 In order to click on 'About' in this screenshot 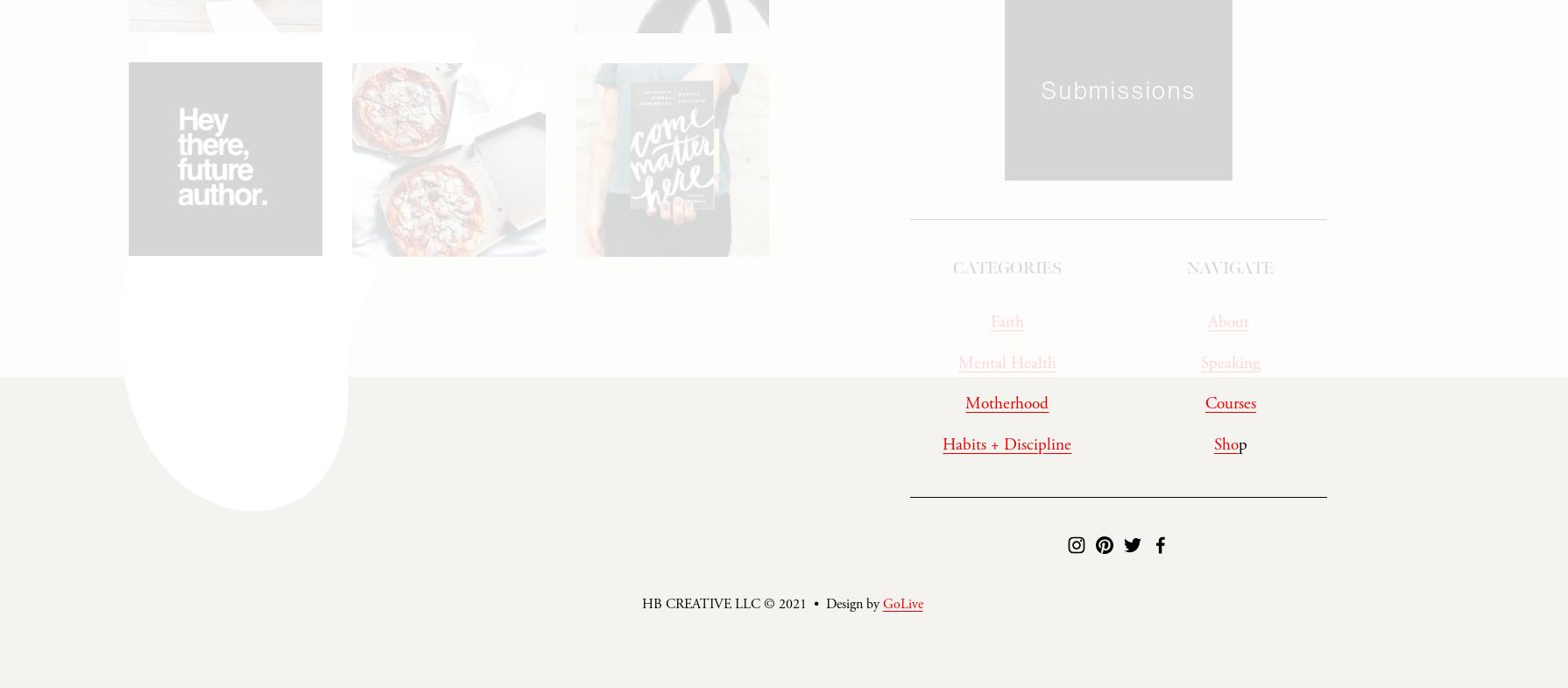, I will do `click(1226, 327)`.